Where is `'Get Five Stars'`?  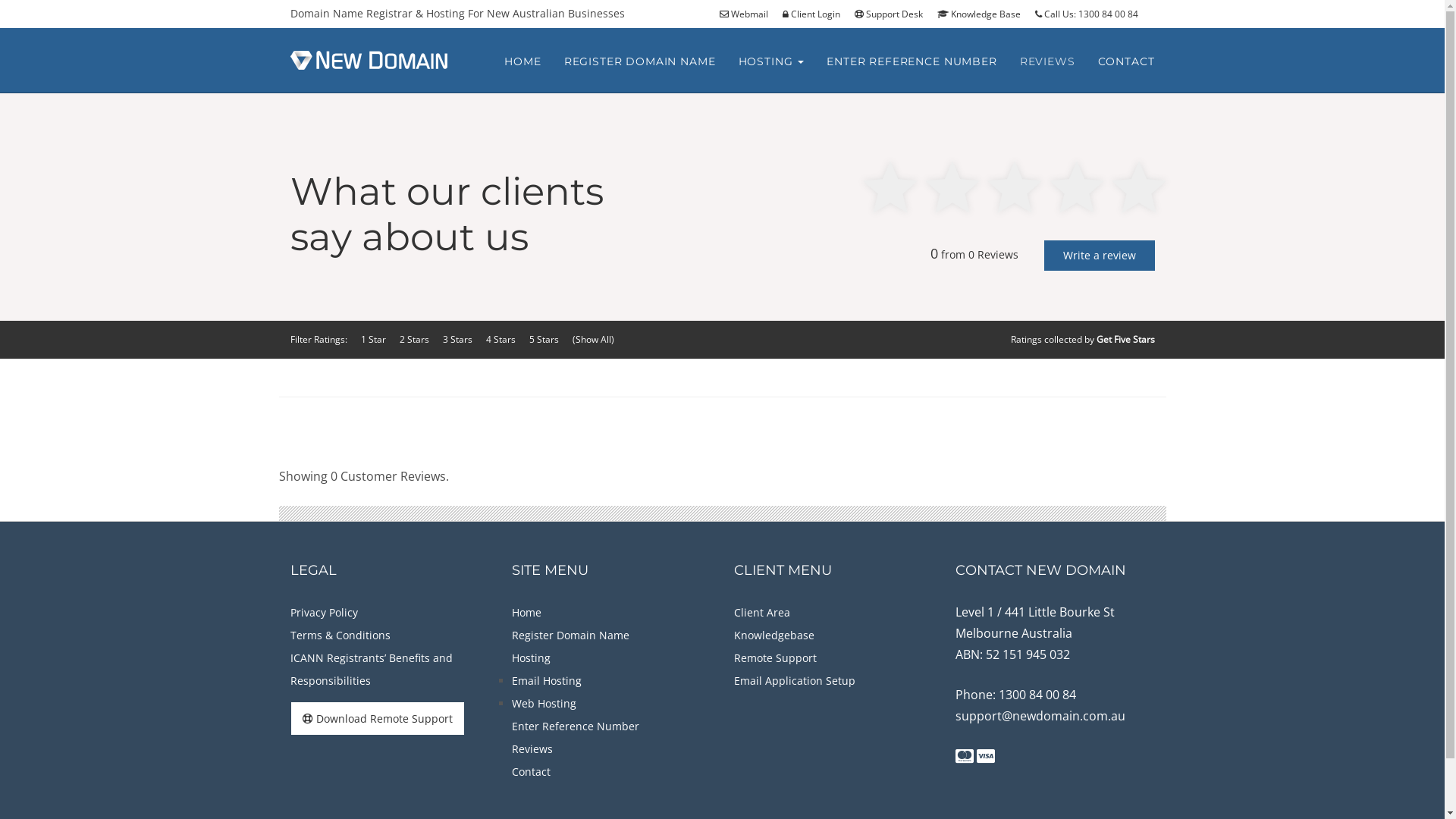
'Get Five Stars' is located at coordinates (1096, 338).